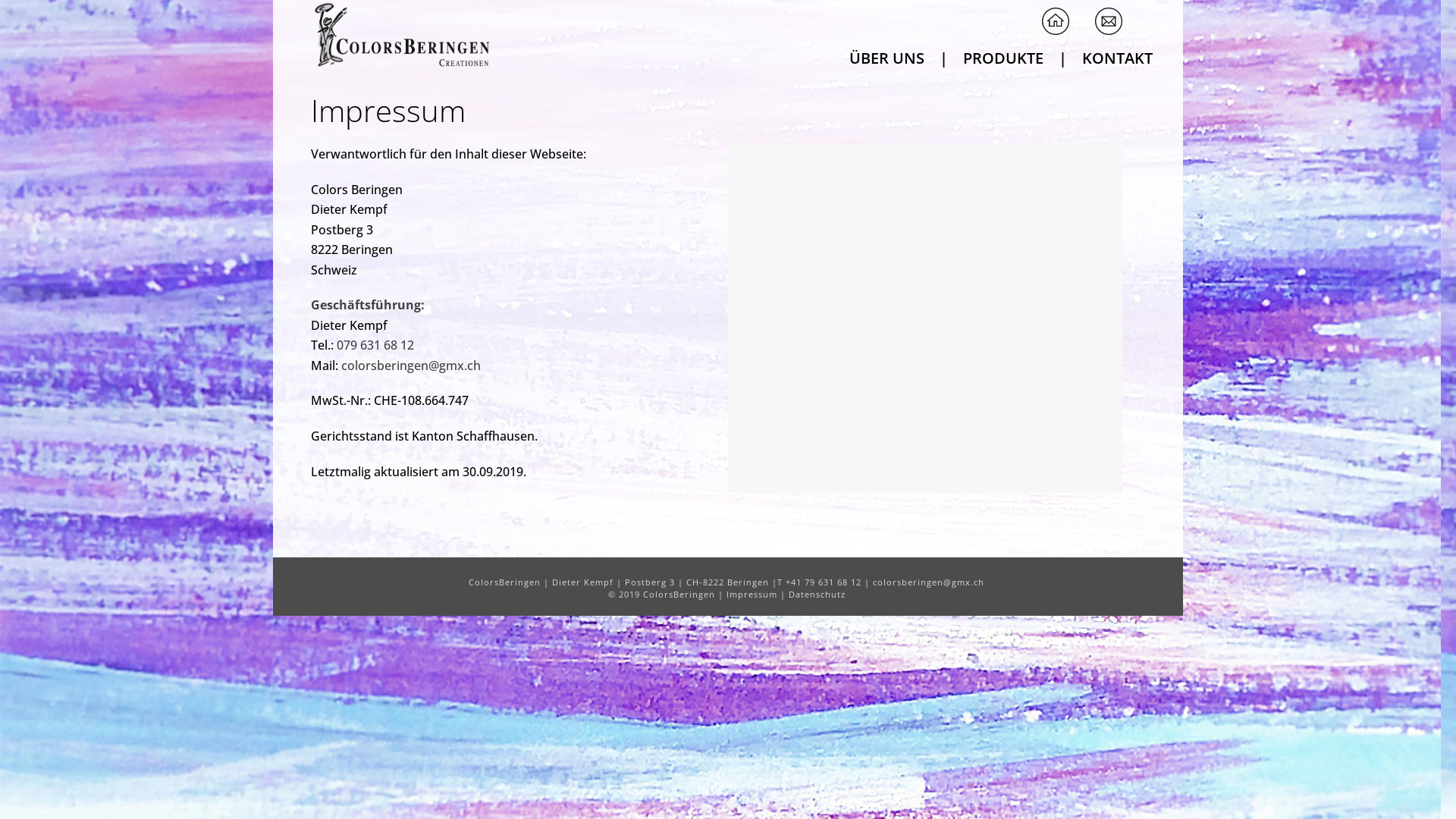 The image size is (1456, 819). I want to click on '079 631 68 12', so click(375, 345).